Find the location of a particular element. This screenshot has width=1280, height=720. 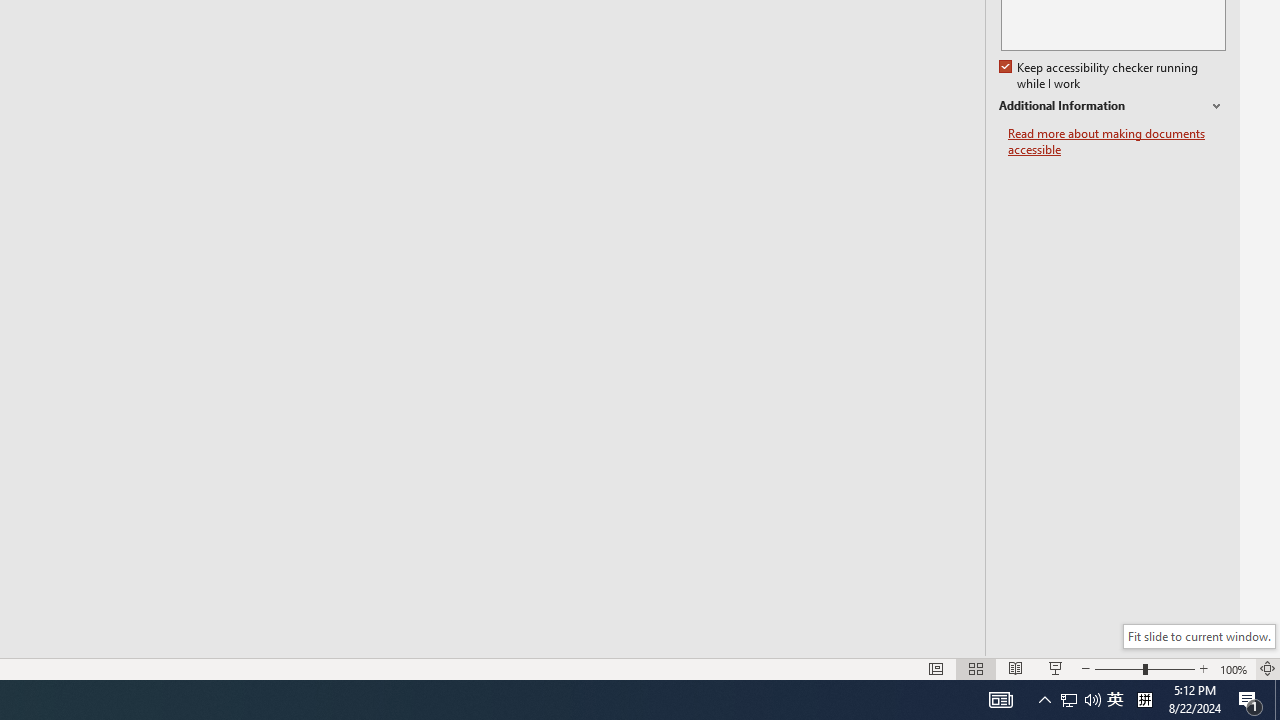

'Zoom 100%' is located at coordinates (1233, 669).